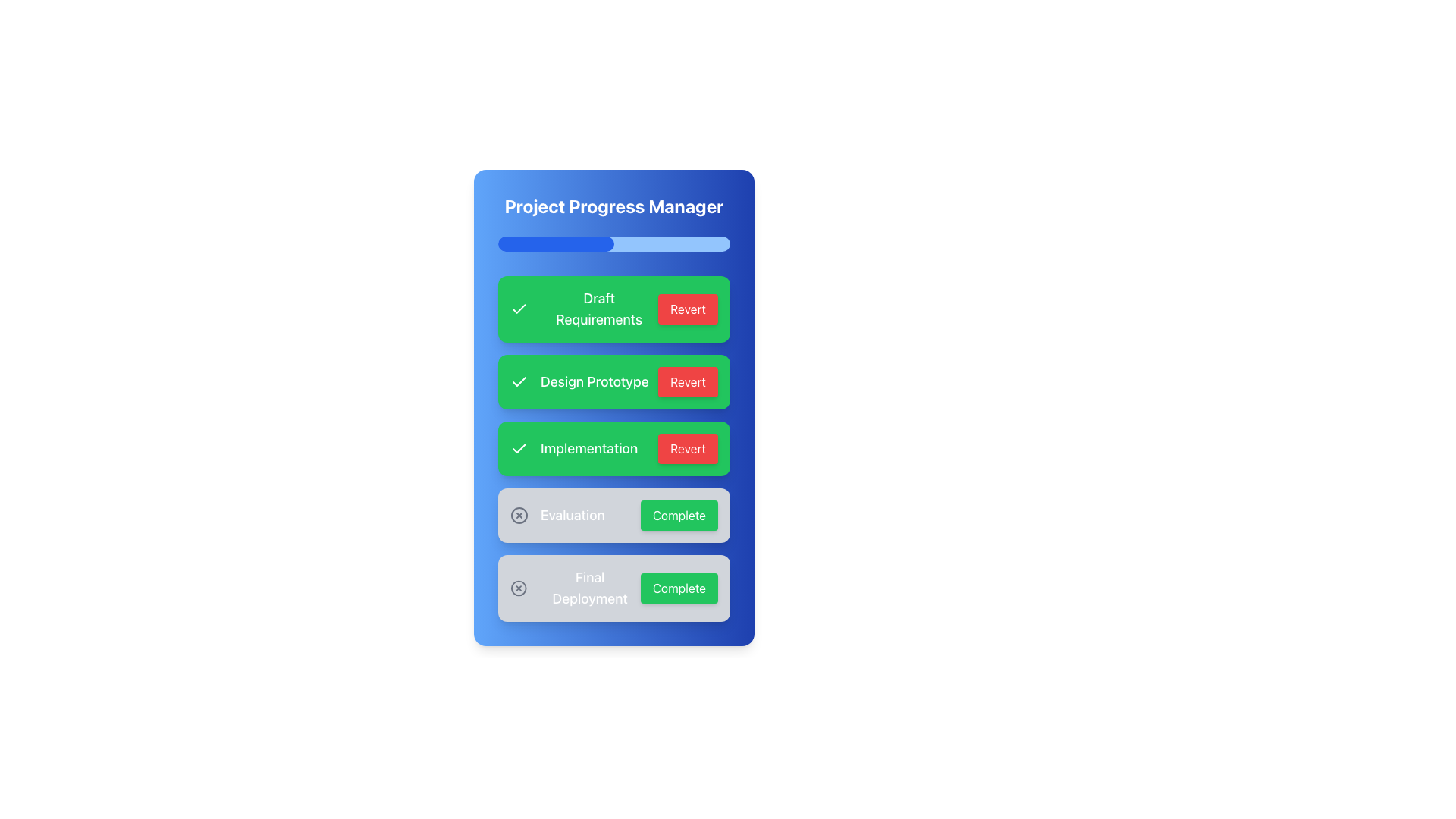 The height and width of the screenshot is (819, 1456). What do you see at coordinates (519, 514) in the screenshot?
I see `the small circular Graphical Icon with a border styled as an 'x' symbol, located to the left of the 'Evaluation' text in the 'Evaluation' task item` at bounding box center [519, 514].